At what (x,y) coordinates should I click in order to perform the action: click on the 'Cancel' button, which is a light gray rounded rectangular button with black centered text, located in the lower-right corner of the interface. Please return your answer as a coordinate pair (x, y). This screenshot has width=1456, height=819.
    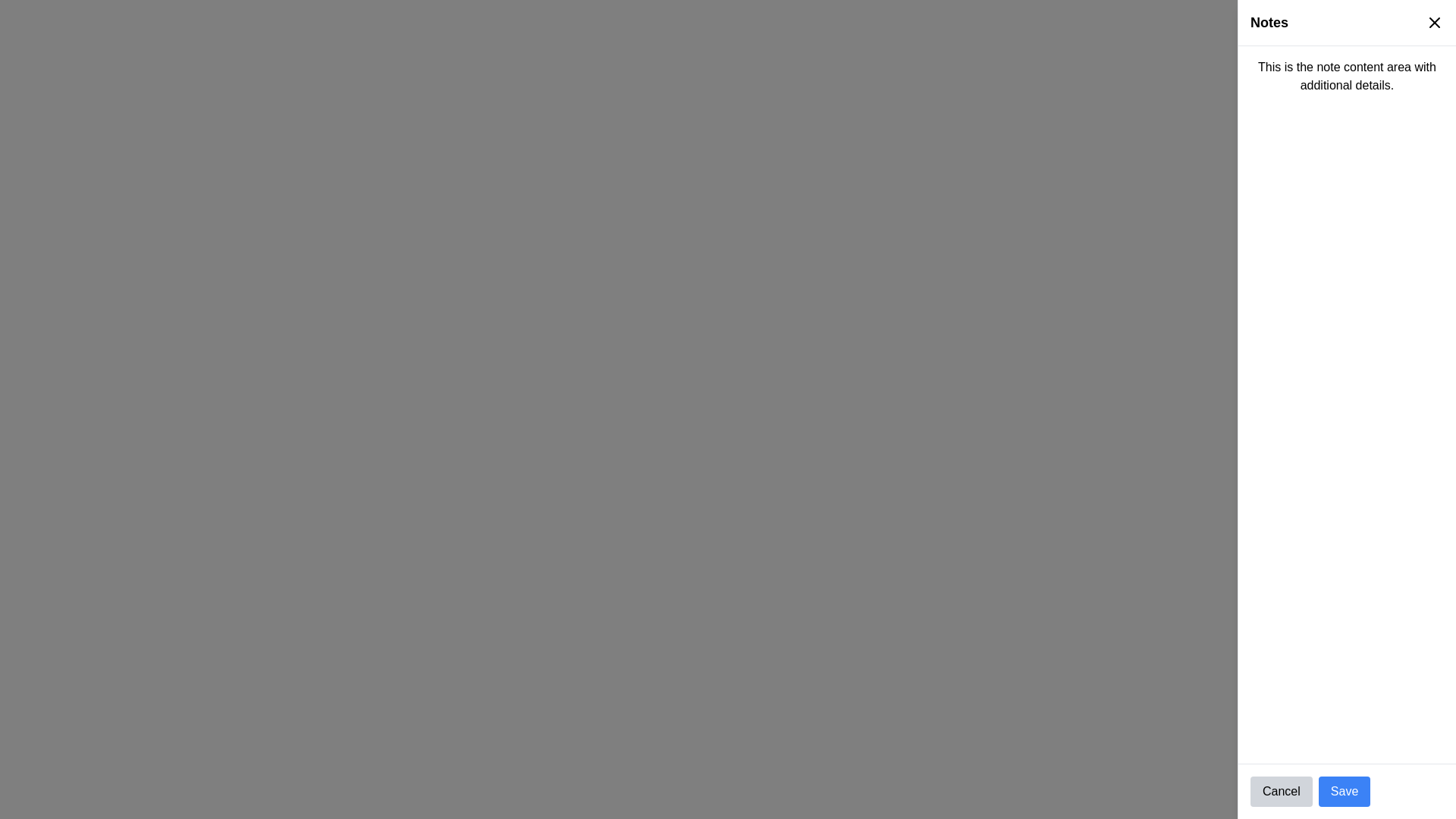
    Looking at the image, I should click on (1280, 791).